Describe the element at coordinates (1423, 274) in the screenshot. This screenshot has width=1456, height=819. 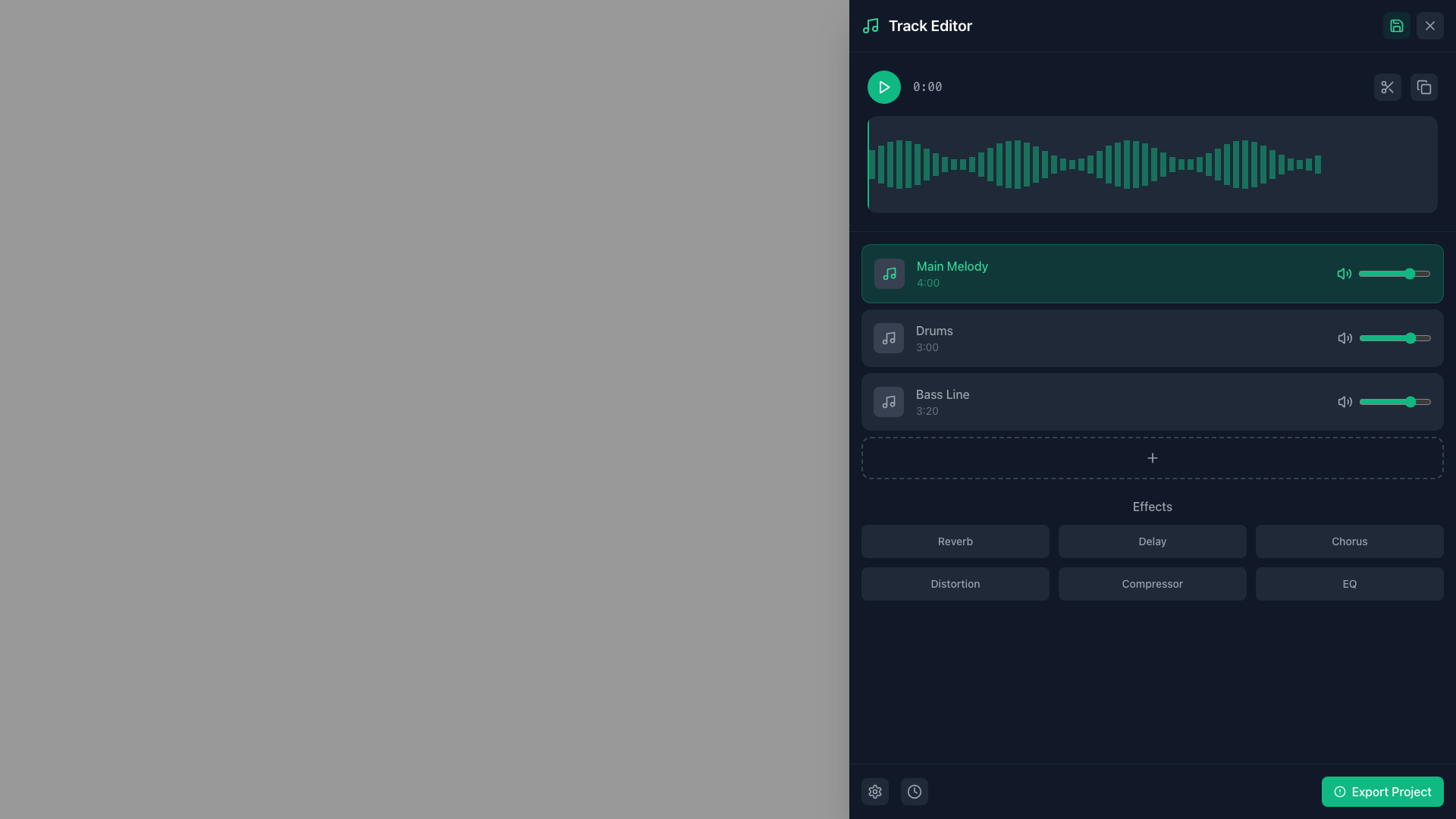
I see `the volume slider` at that location.